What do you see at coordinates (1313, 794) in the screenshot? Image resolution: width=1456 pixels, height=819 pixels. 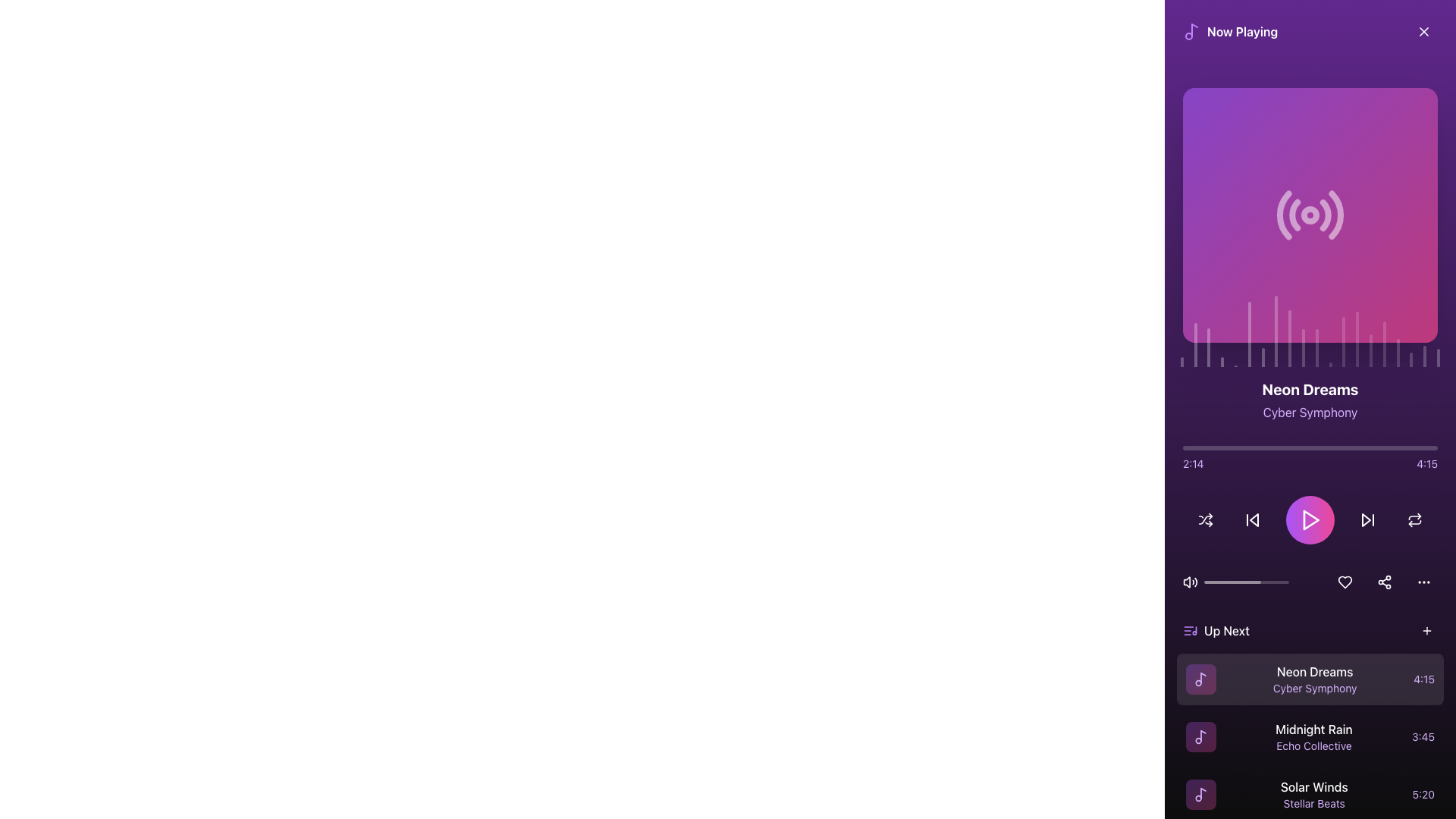 I see `the 'Solar Winds' and 'Stellar Beats' text label, which is the third item` at bounding box center [1313, 794].